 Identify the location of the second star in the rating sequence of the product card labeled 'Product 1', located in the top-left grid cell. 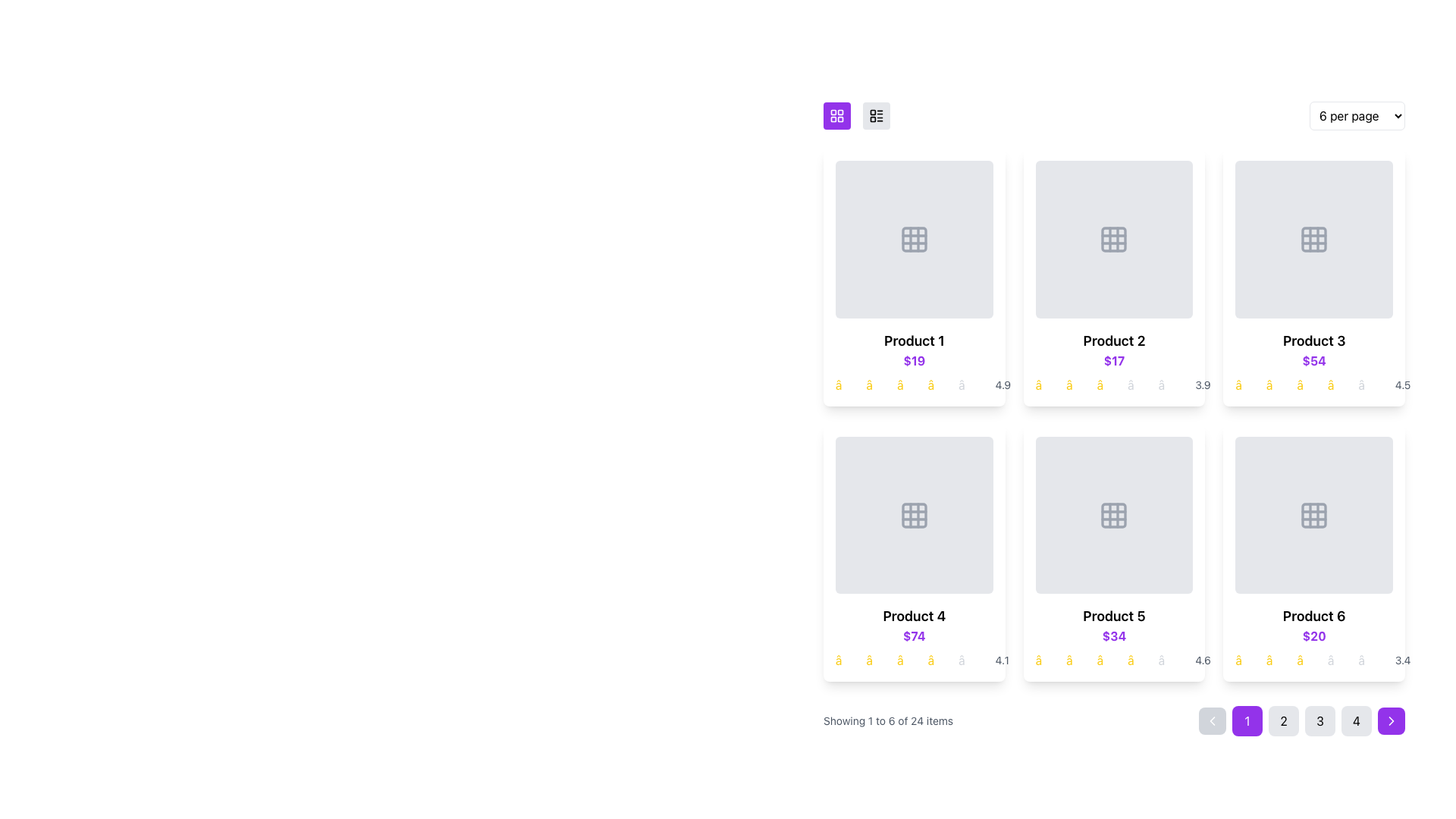
(881, 384).